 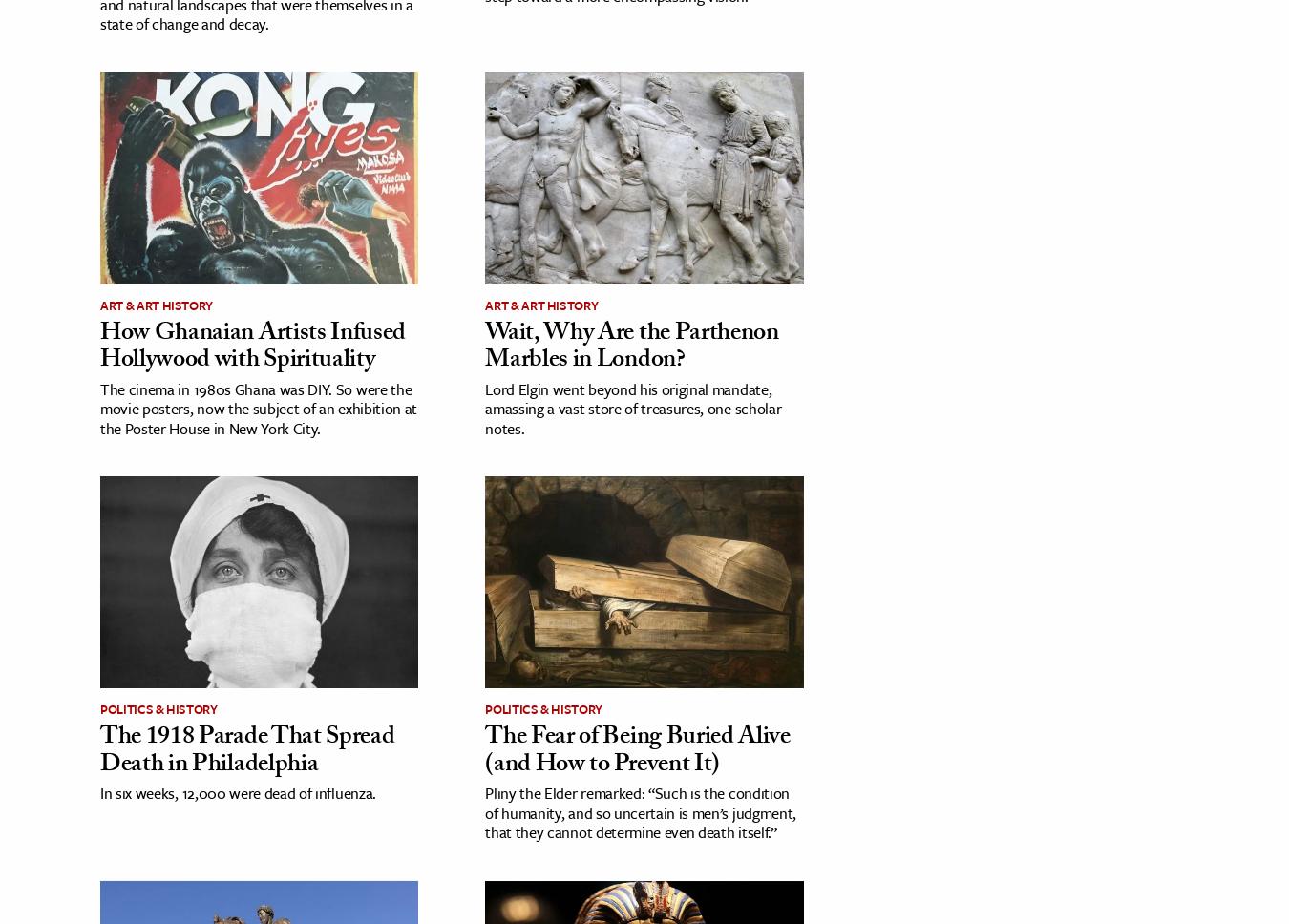 What do you see at coordinates (236, 793) in the screenshot?
I see `'In six weeks, 12,000 were dead of influenza.'` at bounding box center [236, 793].